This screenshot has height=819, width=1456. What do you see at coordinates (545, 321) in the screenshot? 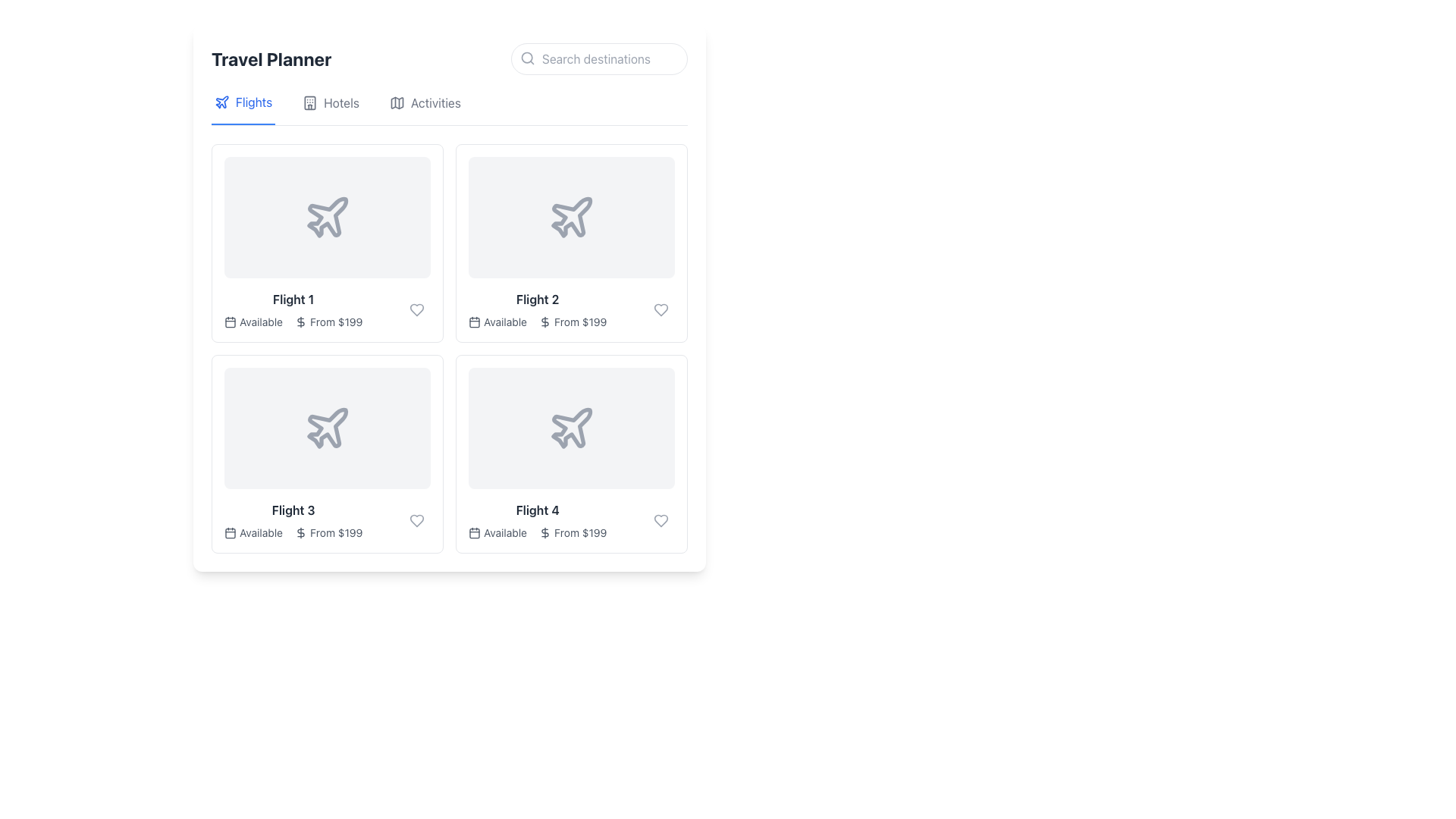
I see `the dollar sign icon located before the text 'From $199' in the second card labeled 'Flight 2'` at bounding box center [545, 321].